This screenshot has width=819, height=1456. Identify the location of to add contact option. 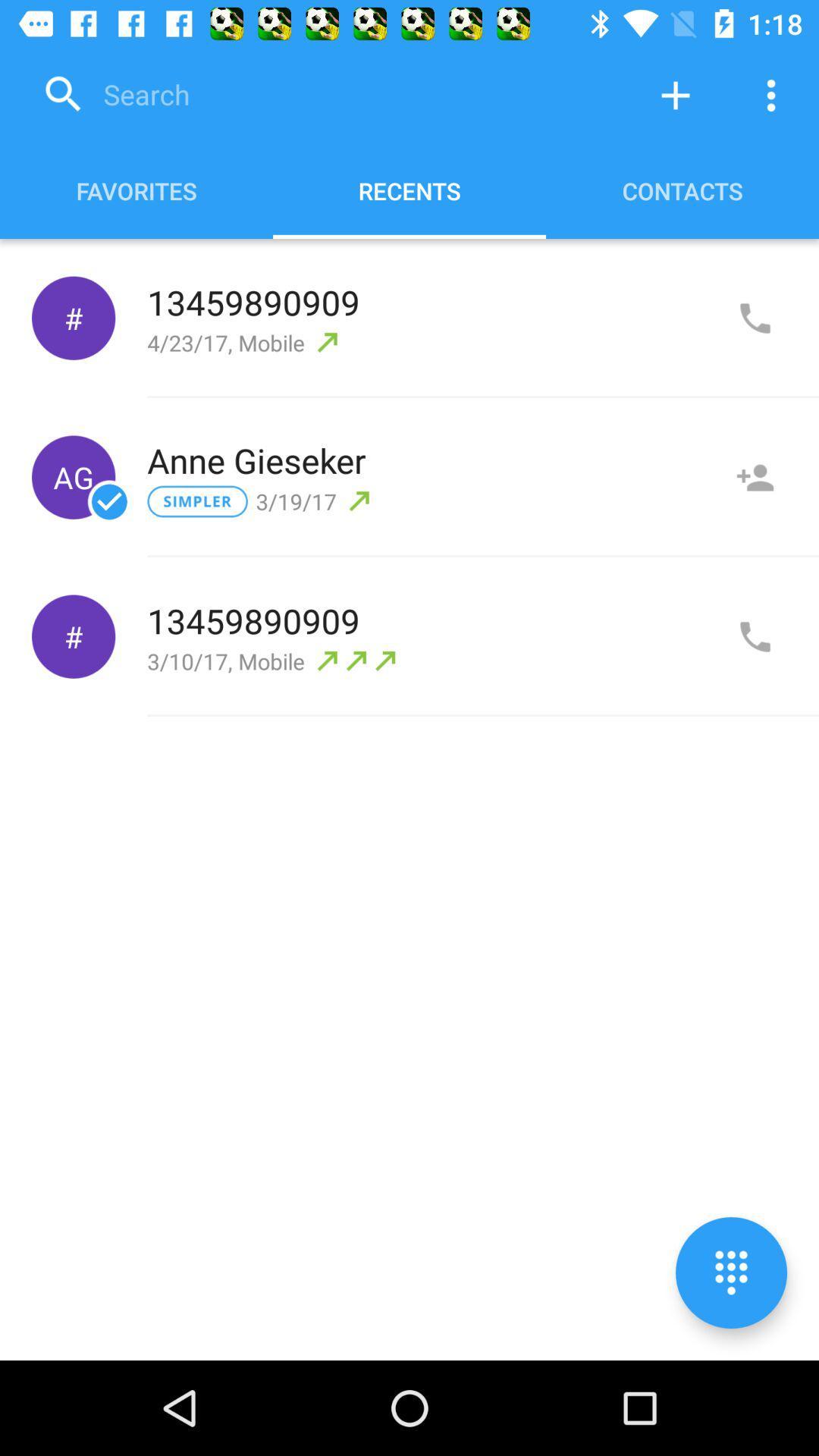
(675, 94).